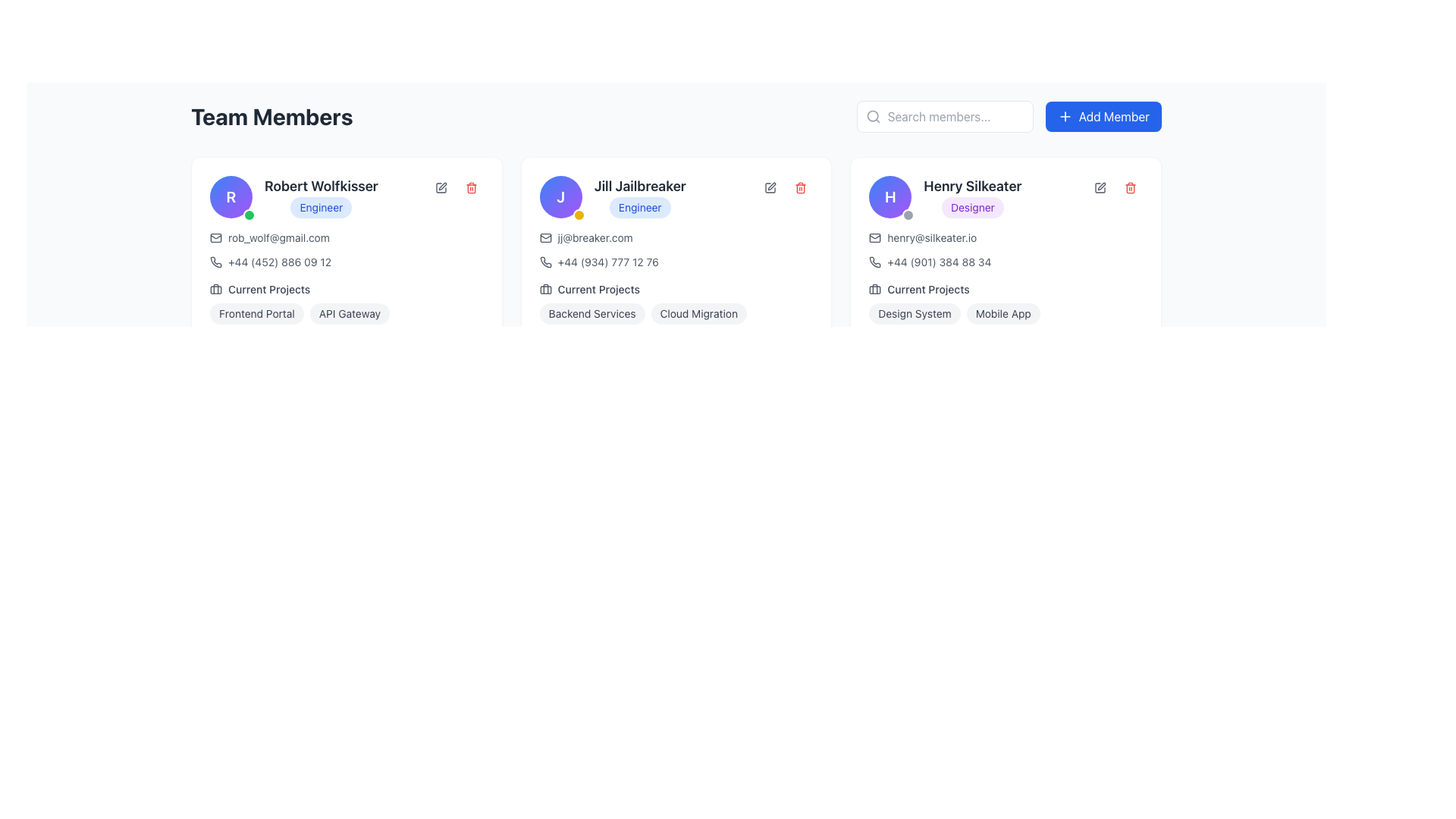 The height and width of the screenshot is (819, 1456). I want to click on the profile badge representing 'Henry Silkeater' located in the upper-left corner of the rightmost card in the 'Team Members' section, so click(890, 196).